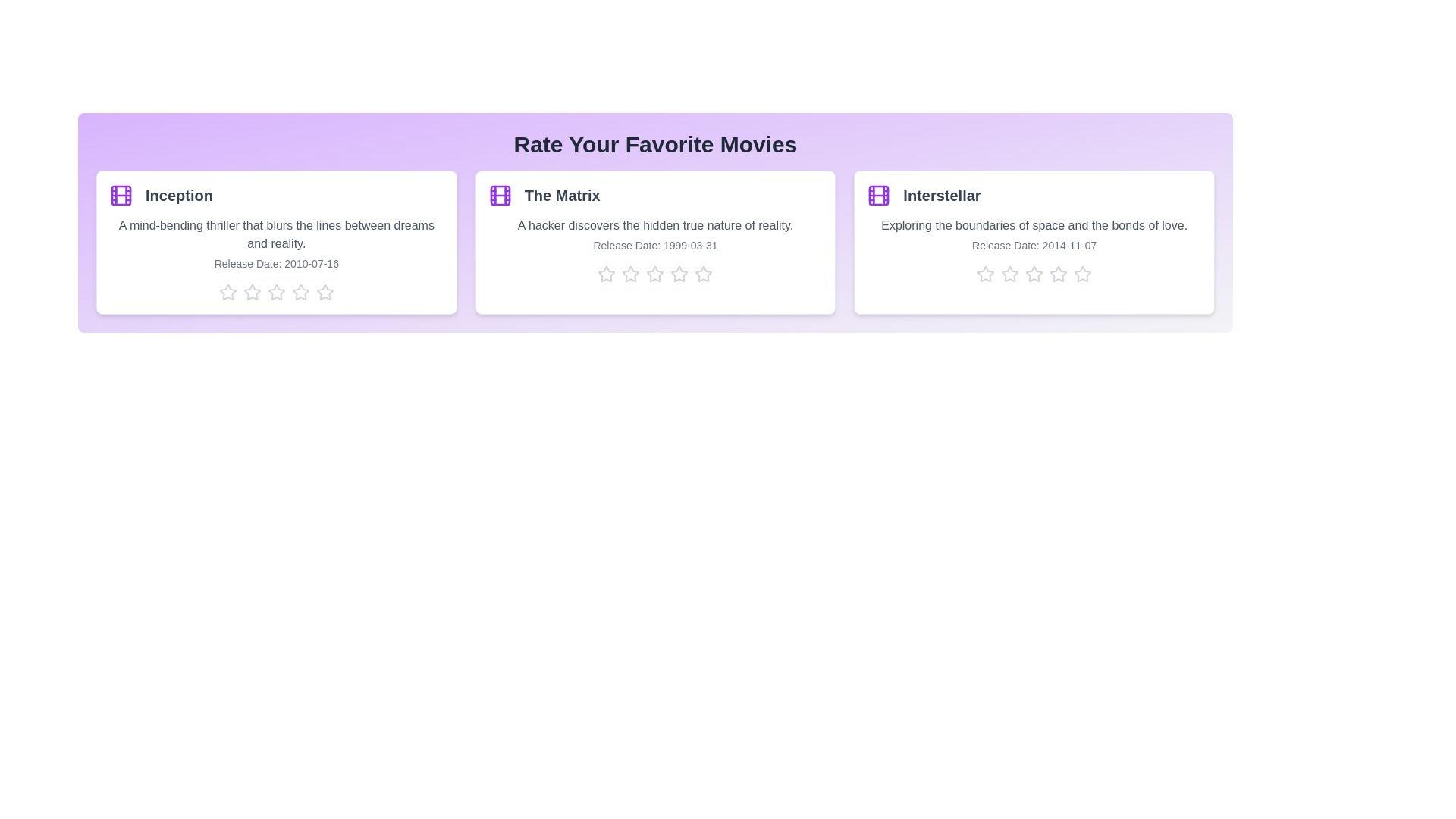  What do you see at coordinates (703, 275) in the screenshot?
I see `the star corresponding to 5 stars for the movie The Matrix` at bounding box center [703, 275].